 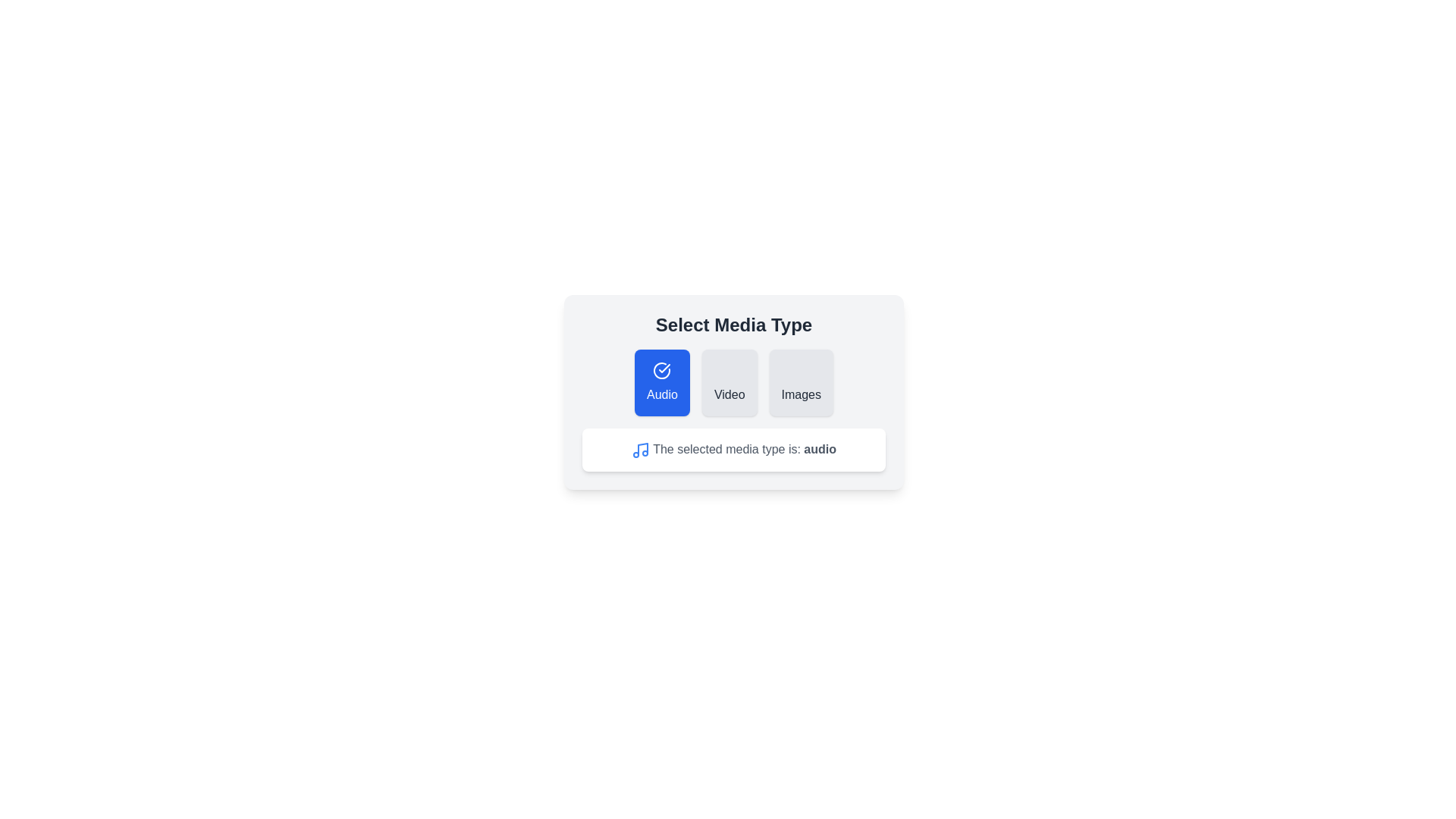 What do you see at coordinates (662, 394) in the screenshot?
I see `the text label within the first button from the left that represents the 'audio' option, located under the 'Select Media Type' heading` at bounding box center [662, 394].